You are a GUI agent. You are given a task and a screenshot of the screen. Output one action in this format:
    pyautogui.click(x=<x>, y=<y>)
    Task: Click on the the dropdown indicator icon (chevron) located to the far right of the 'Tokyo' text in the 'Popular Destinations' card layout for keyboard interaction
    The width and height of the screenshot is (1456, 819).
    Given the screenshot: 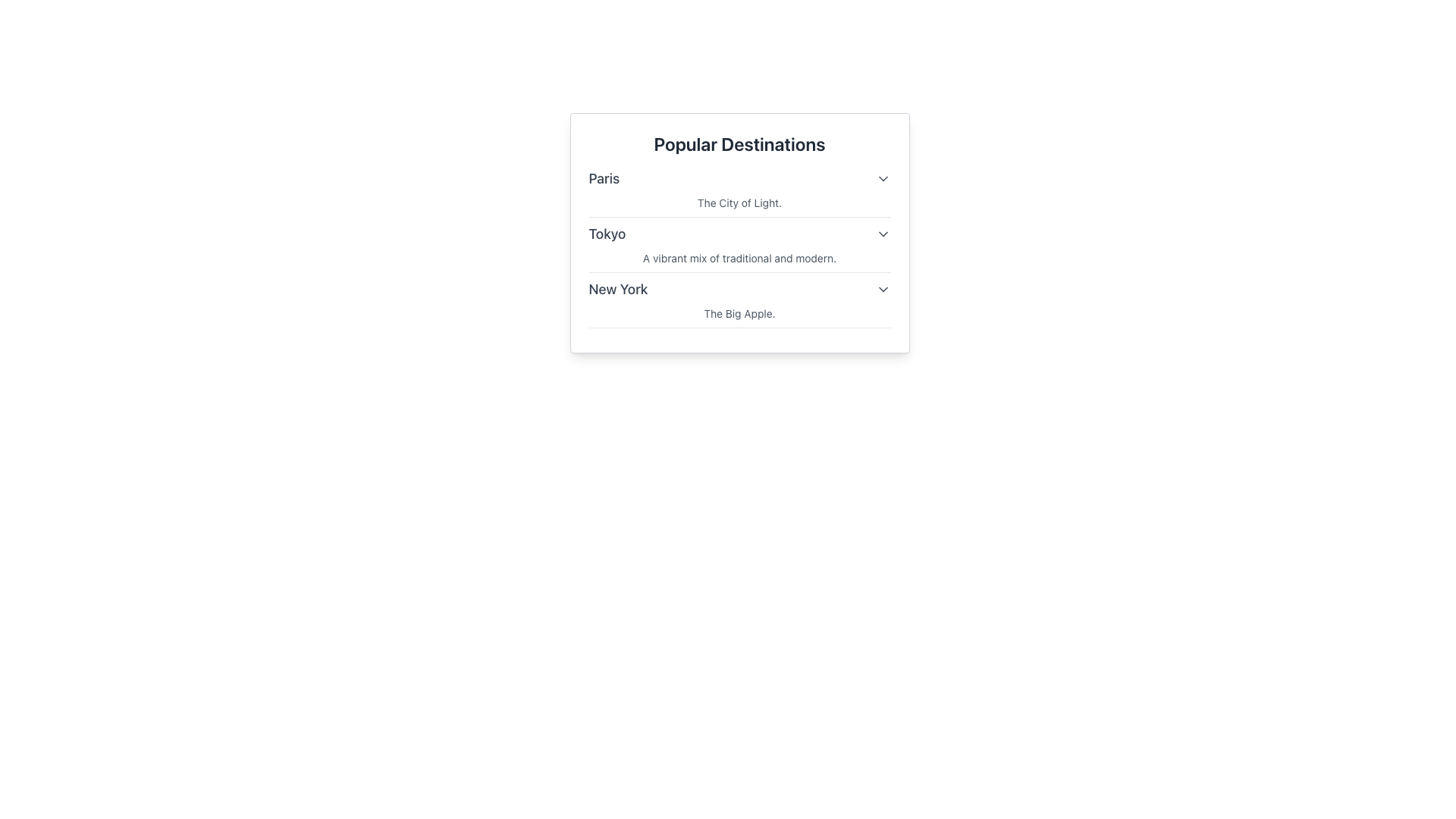 What is the action you would take?
    pyautogui.click(x=883, y=234)
    